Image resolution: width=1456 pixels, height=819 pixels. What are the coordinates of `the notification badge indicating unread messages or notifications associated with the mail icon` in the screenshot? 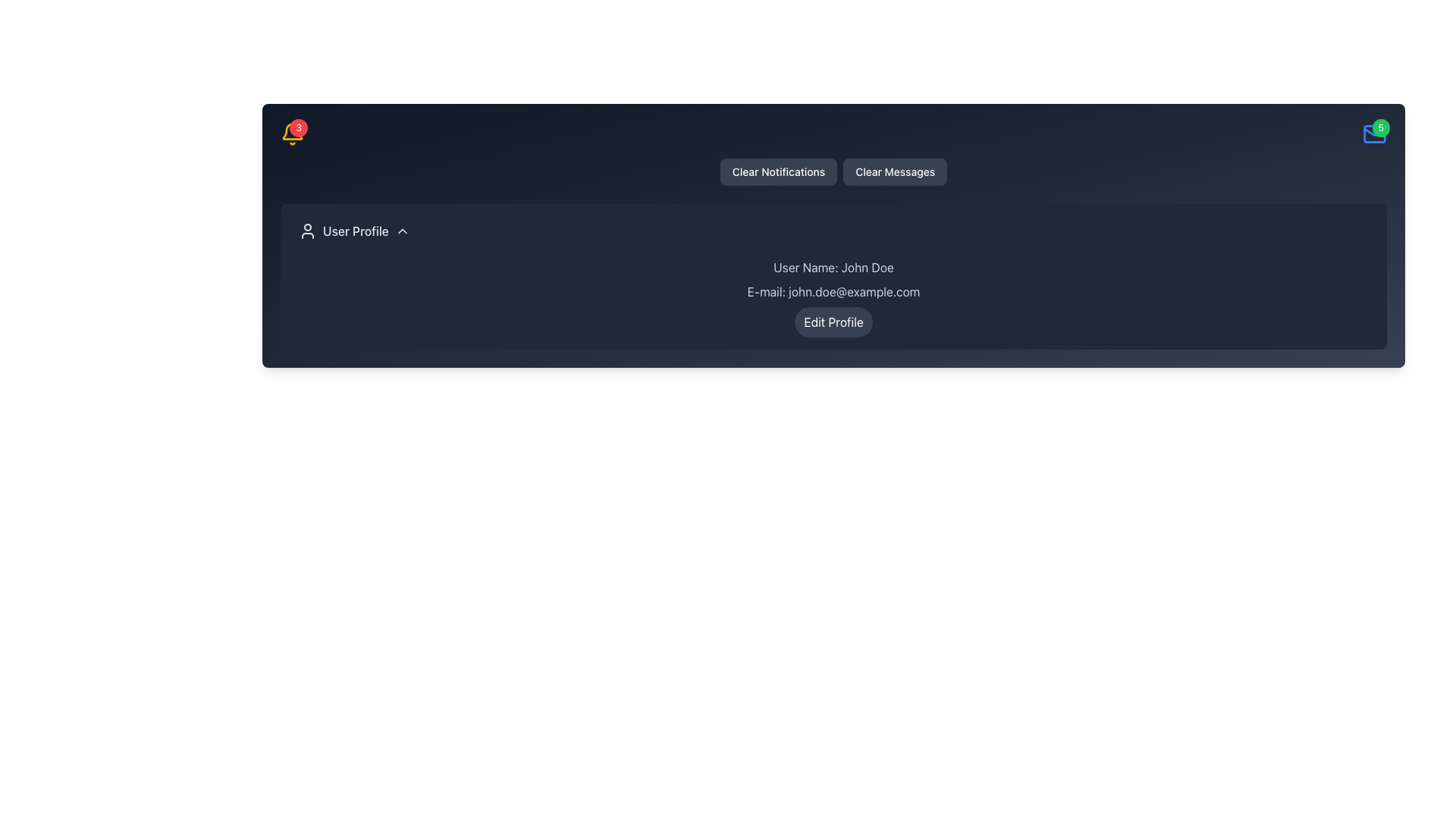 It's located at (1381, 127).